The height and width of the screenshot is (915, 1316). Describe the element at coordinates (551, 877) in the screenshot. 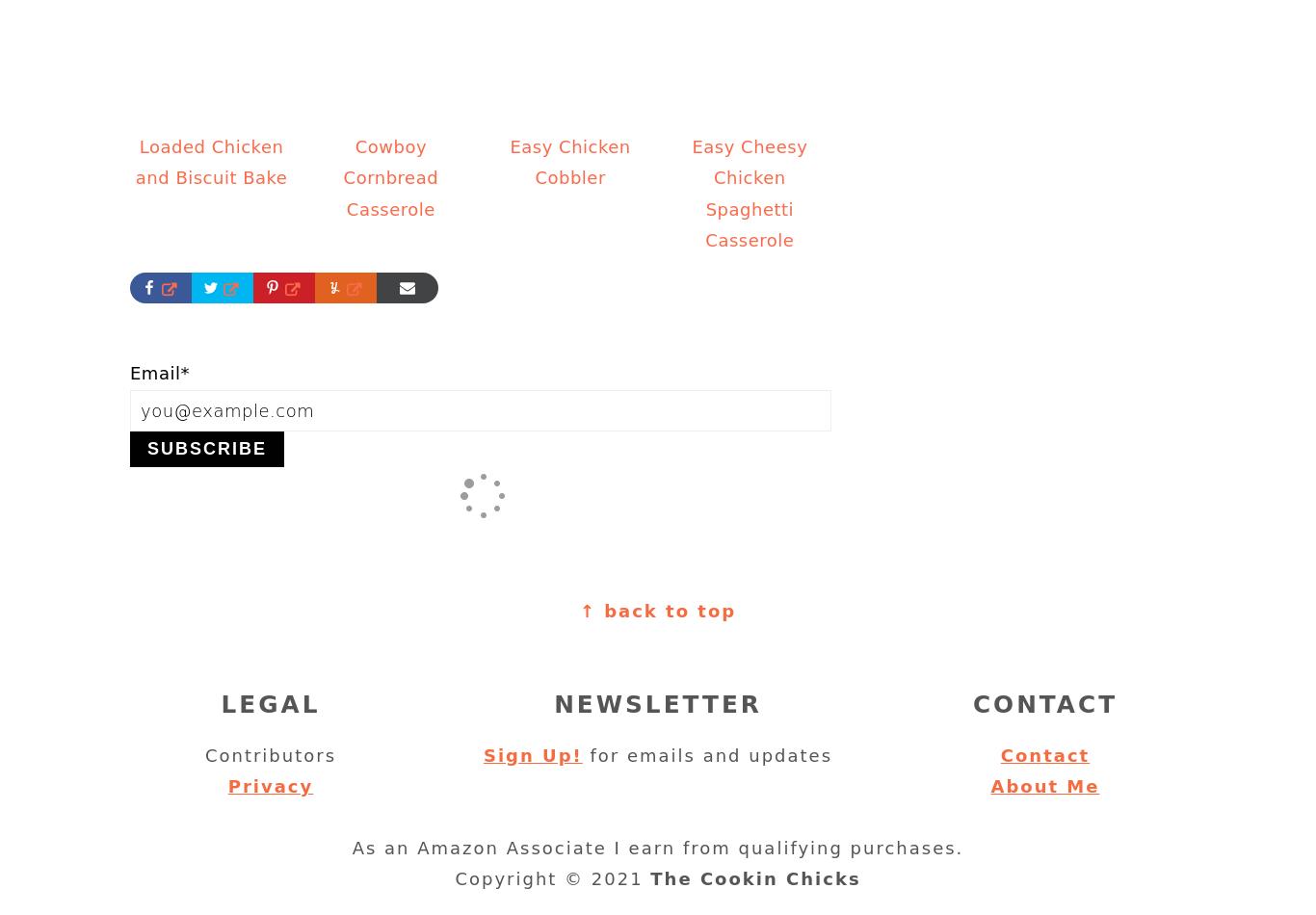

I see `'Copyright © 2021'` at that location.